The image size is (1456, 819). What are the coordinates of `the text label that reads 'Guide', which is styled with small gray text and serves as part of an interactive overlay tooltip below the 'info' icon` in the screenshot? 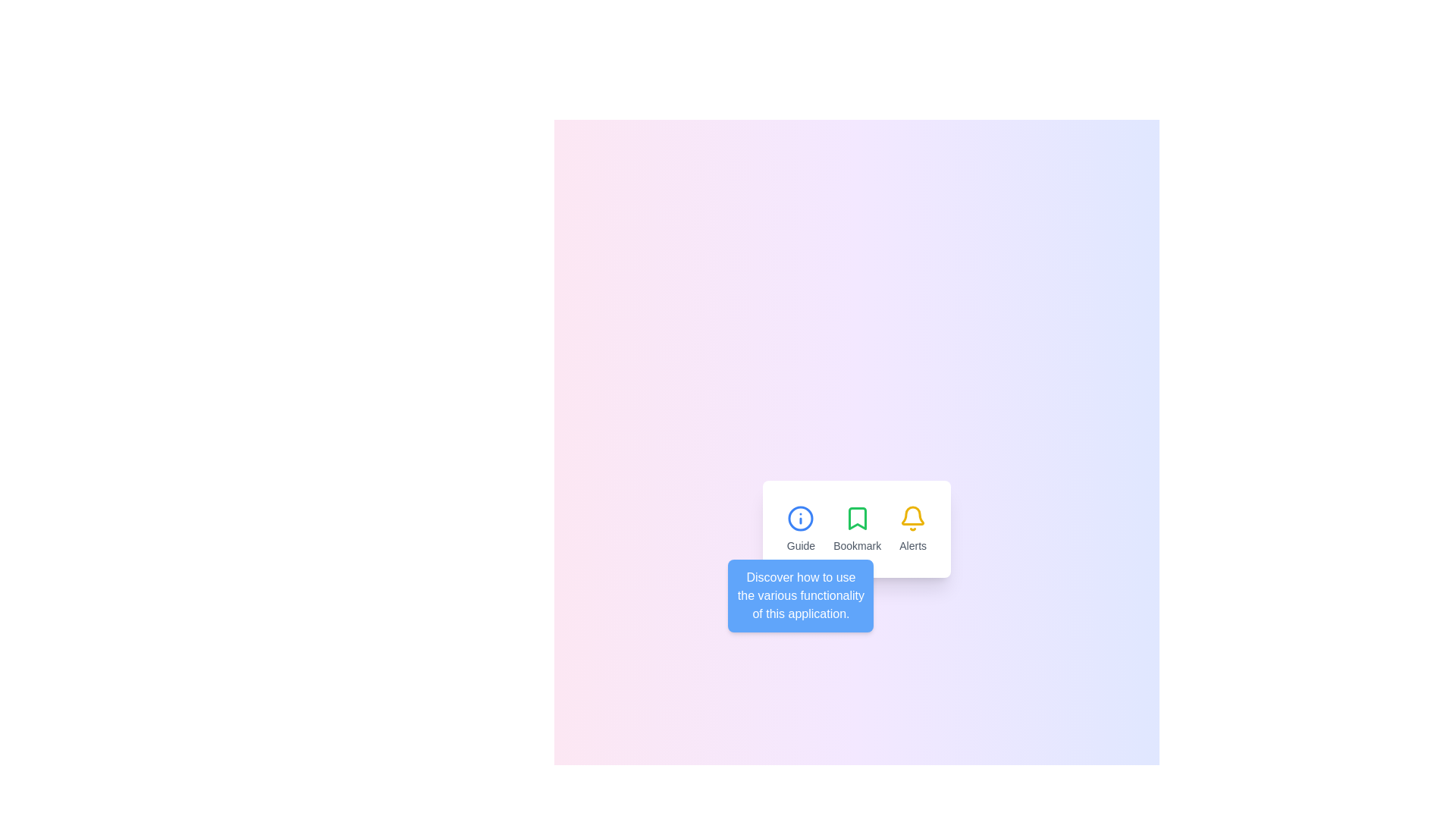 It's located at (800, 546).